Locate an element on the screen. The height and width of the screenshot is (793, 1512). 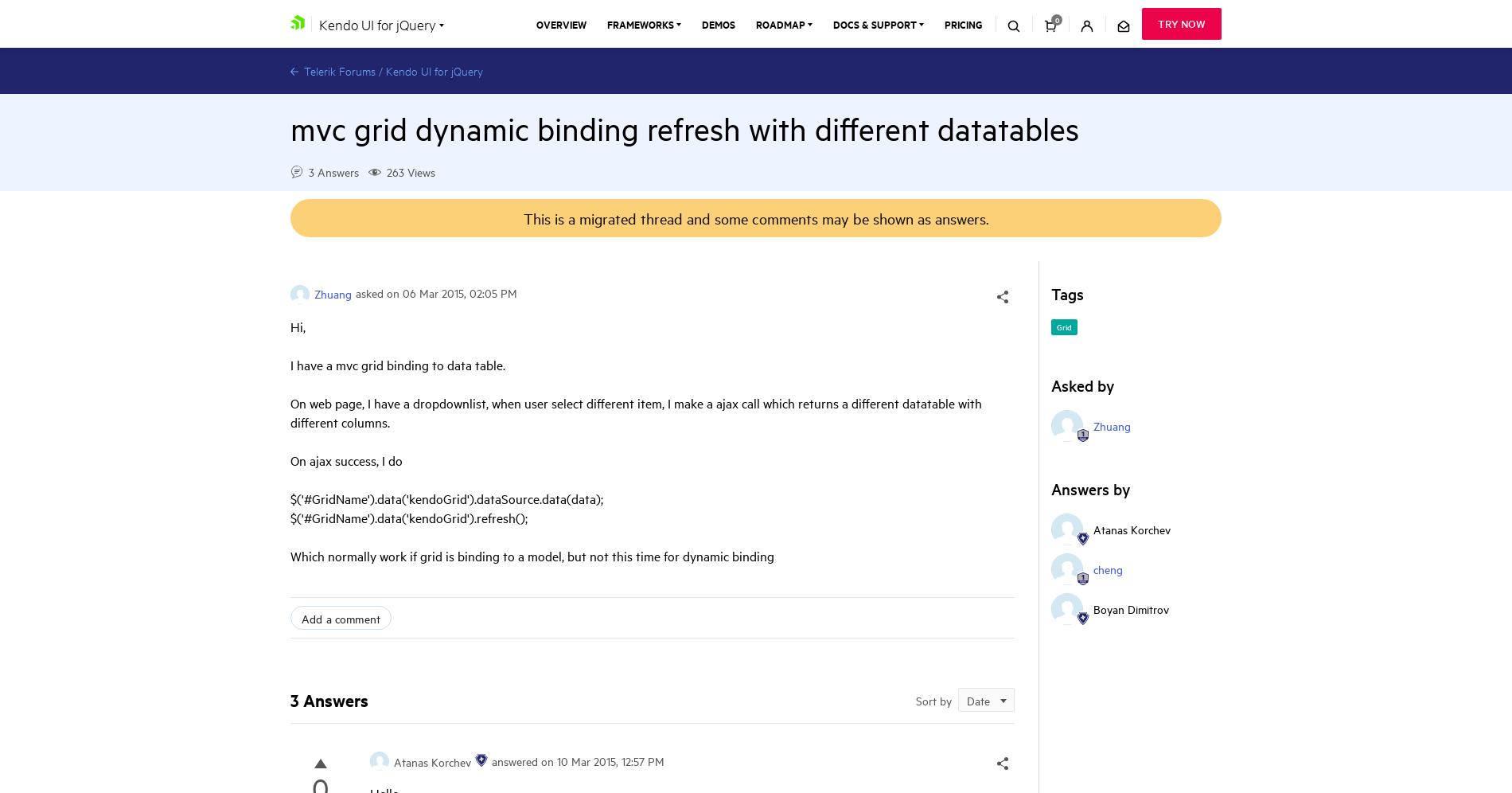
'mvc grid dynamic binding refresh with different datatables' is located at coordinates (684, 127).